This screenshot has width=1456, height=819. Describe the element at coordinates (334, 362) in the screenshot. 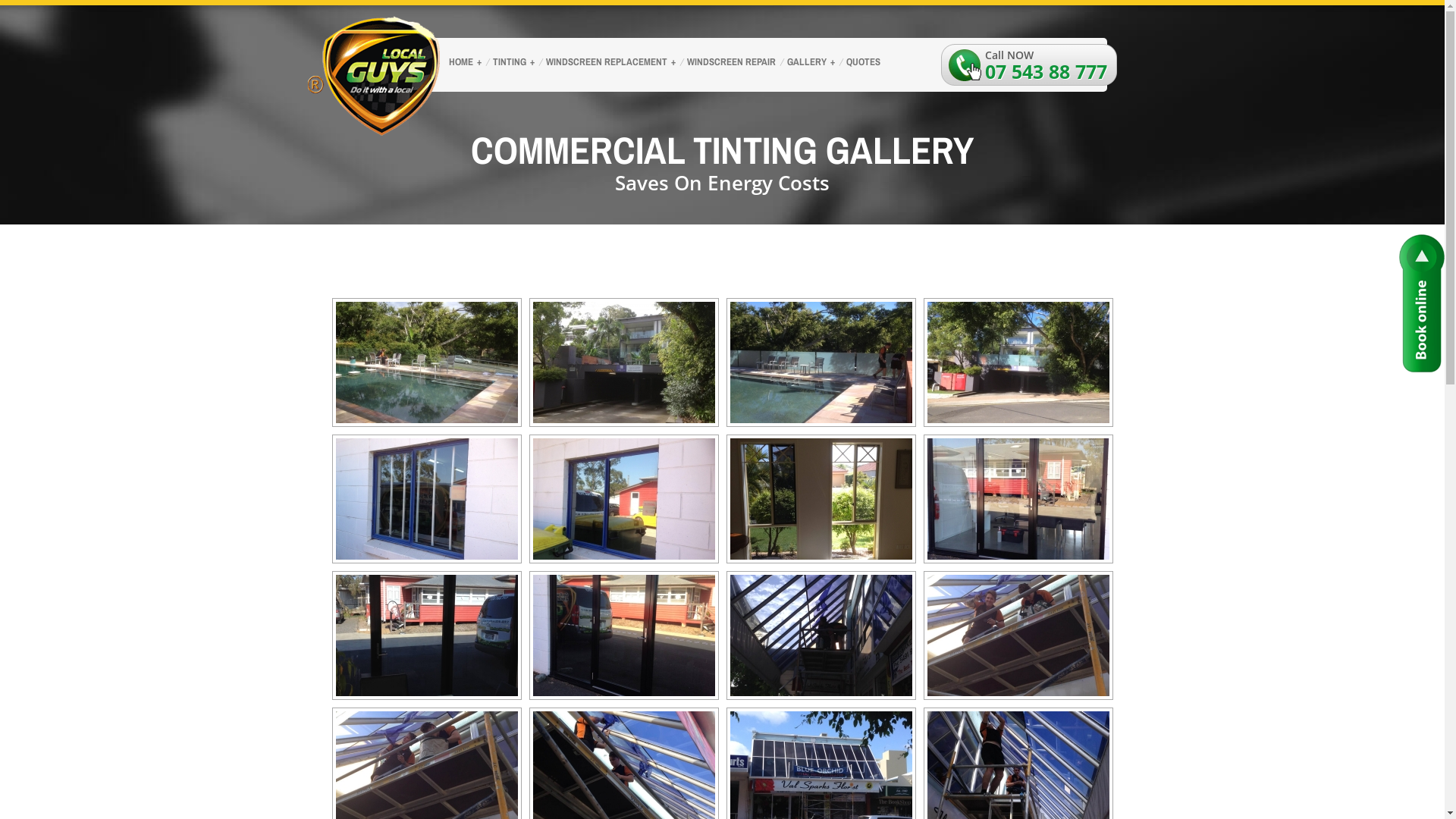

I see `'BEFORE Pool Fence being Frosted for Privacy'` at that location.